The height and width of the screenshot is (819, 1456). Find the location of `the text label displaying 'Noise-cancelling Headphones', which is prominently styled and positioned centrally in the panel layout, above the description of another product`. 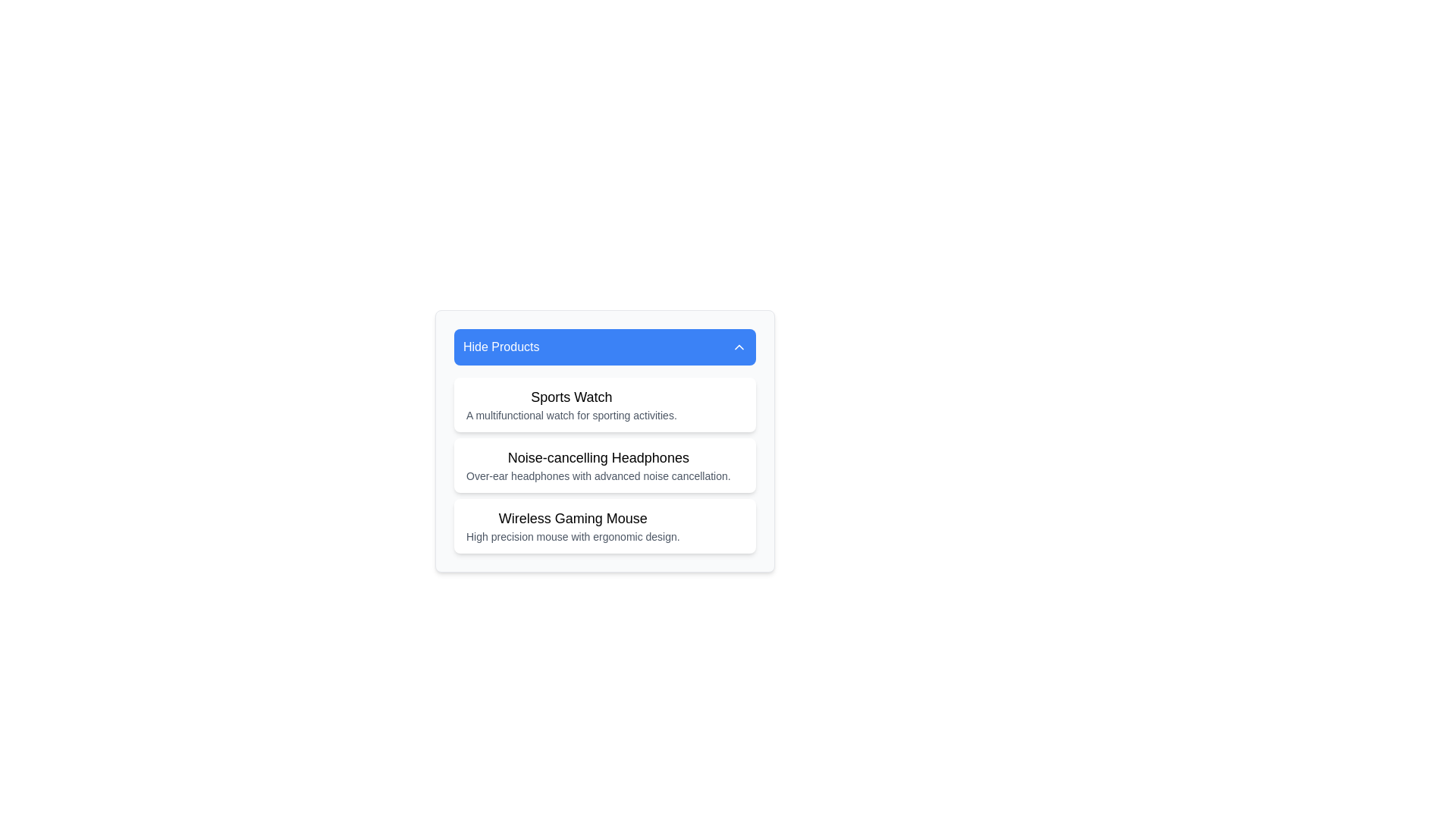

the text label displaying 'Noise-cancelling Headphones', which is prominently styled and positioned centrally in the panel layout, above the description of another product is located at coordinates (598, 457).